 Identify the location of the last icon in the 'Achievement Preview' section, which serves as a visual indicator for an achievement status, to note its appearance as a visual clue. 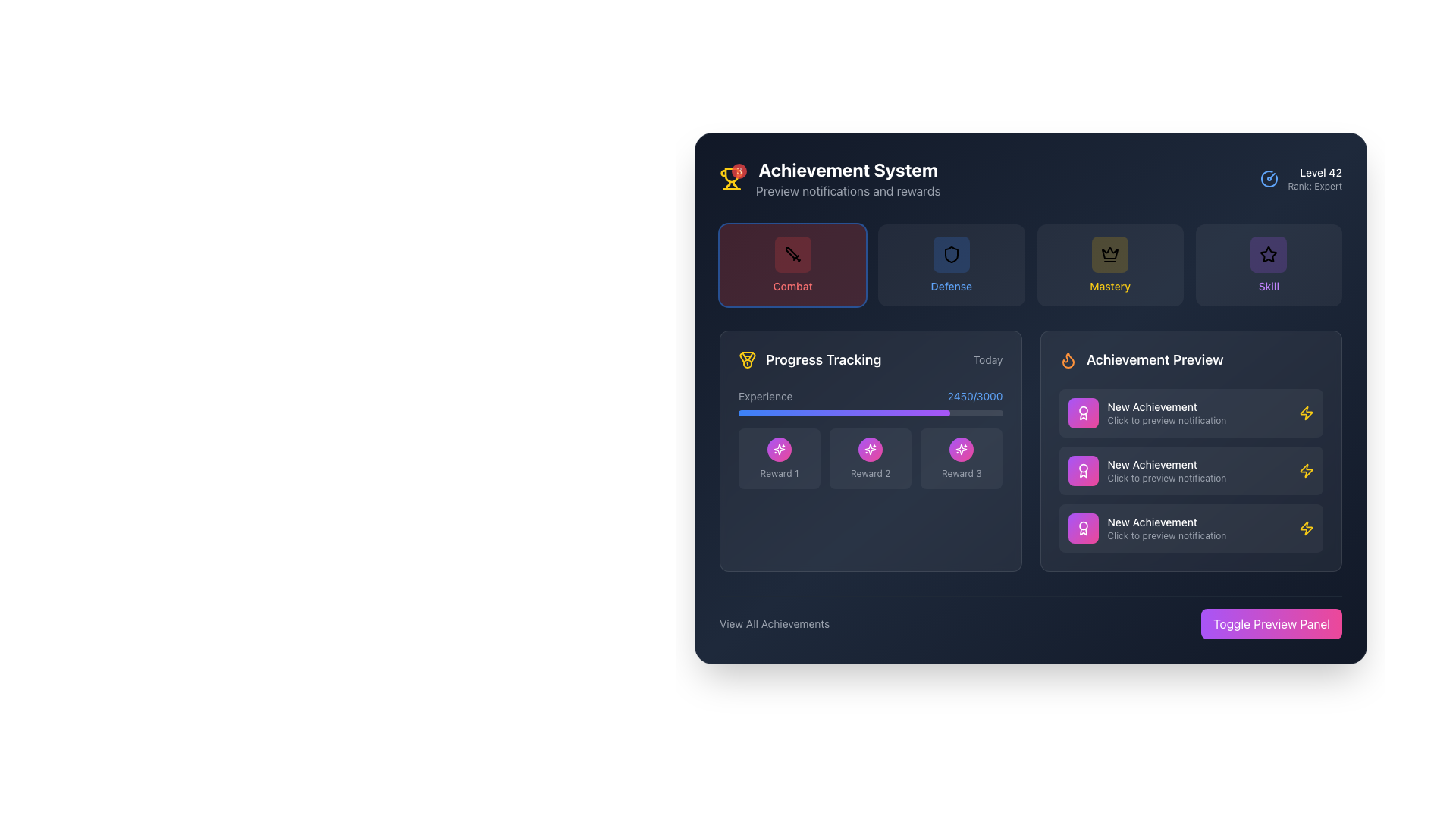
(1306, 413).